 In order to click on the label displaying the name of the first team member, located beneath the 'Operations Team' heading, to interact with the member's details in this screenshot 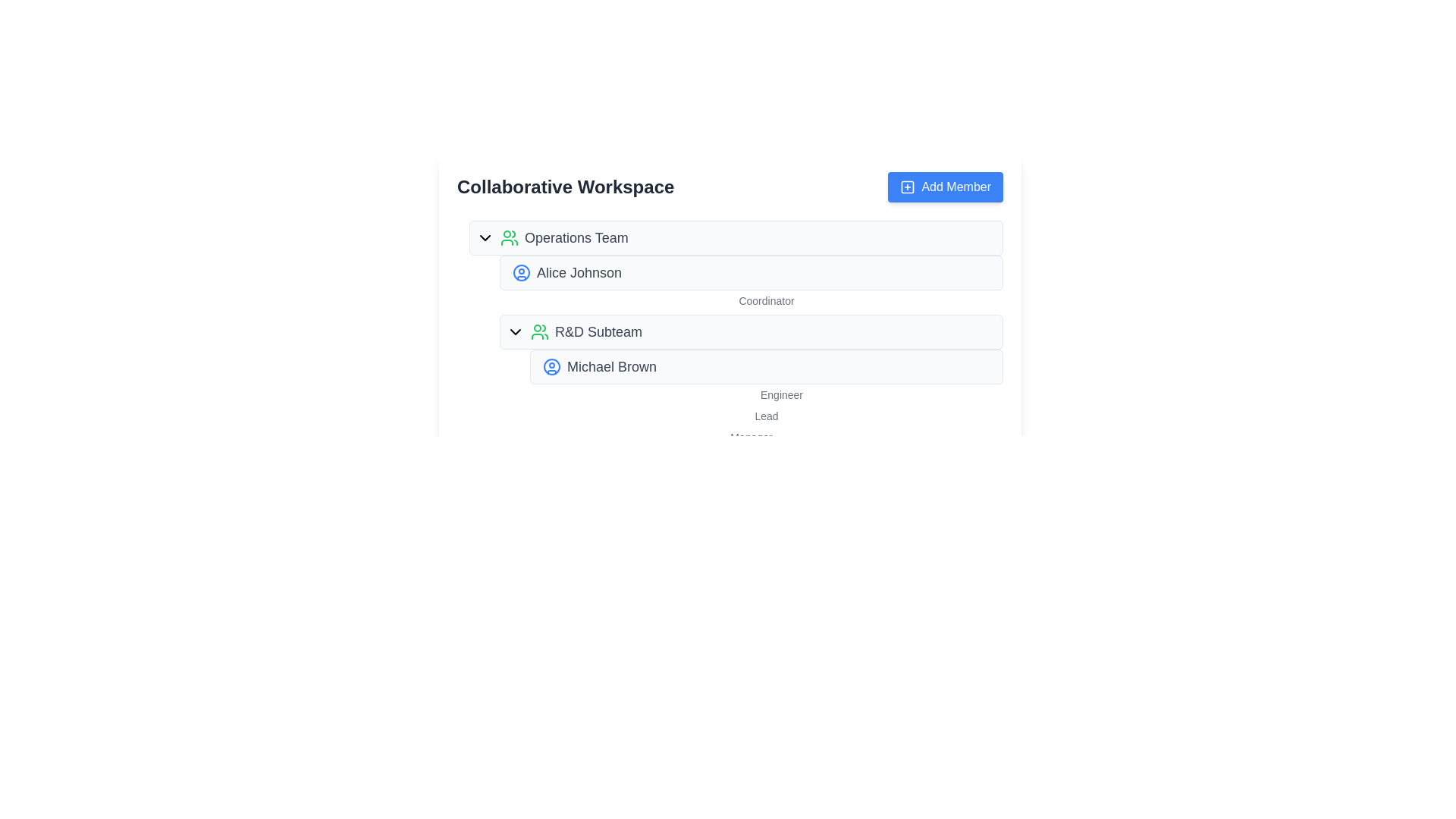, I will do `click(566, 271)`.